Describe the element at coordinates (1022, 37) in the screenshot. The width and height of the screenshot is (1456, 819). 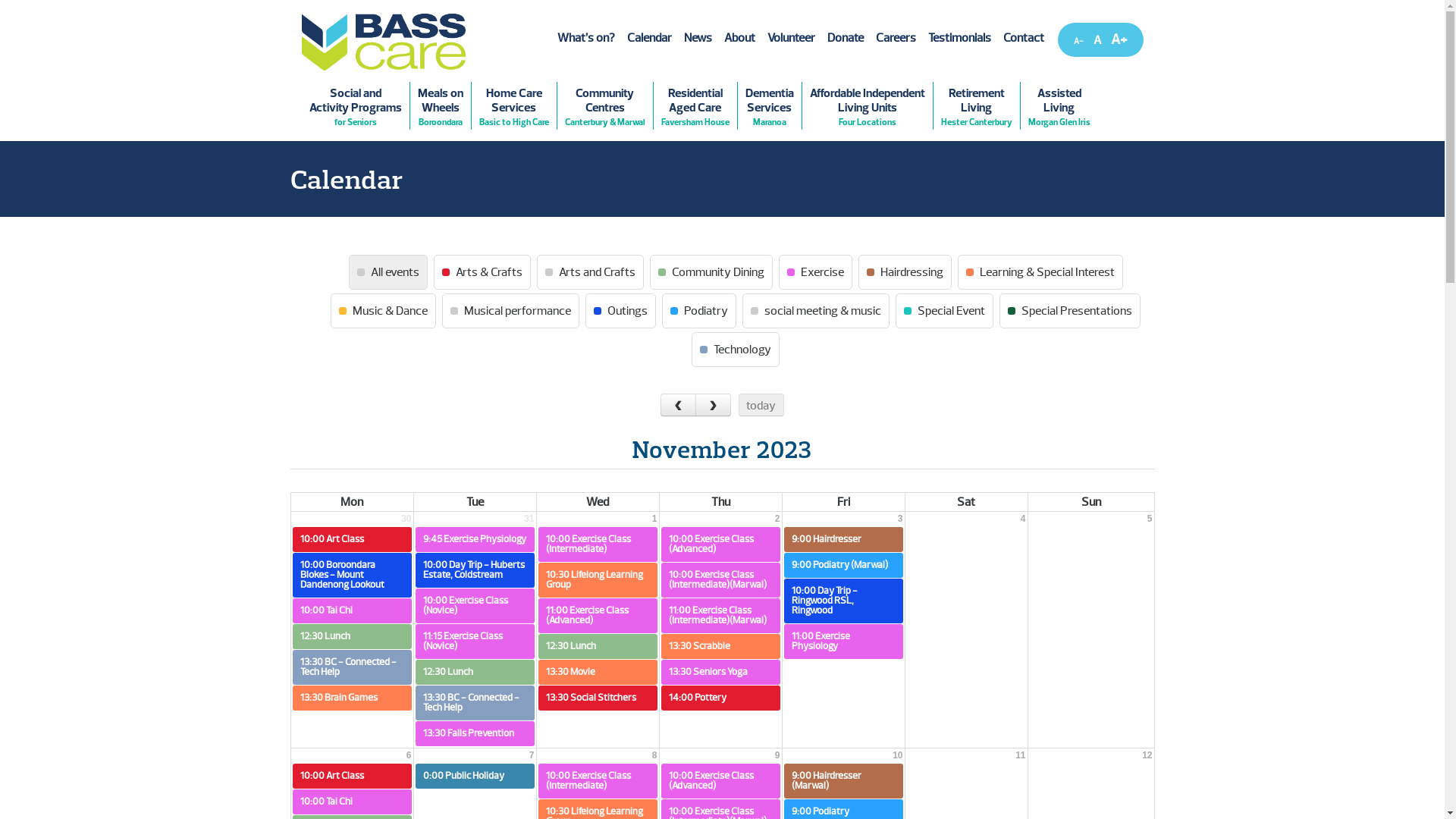
I see `'Contact'` at that location.